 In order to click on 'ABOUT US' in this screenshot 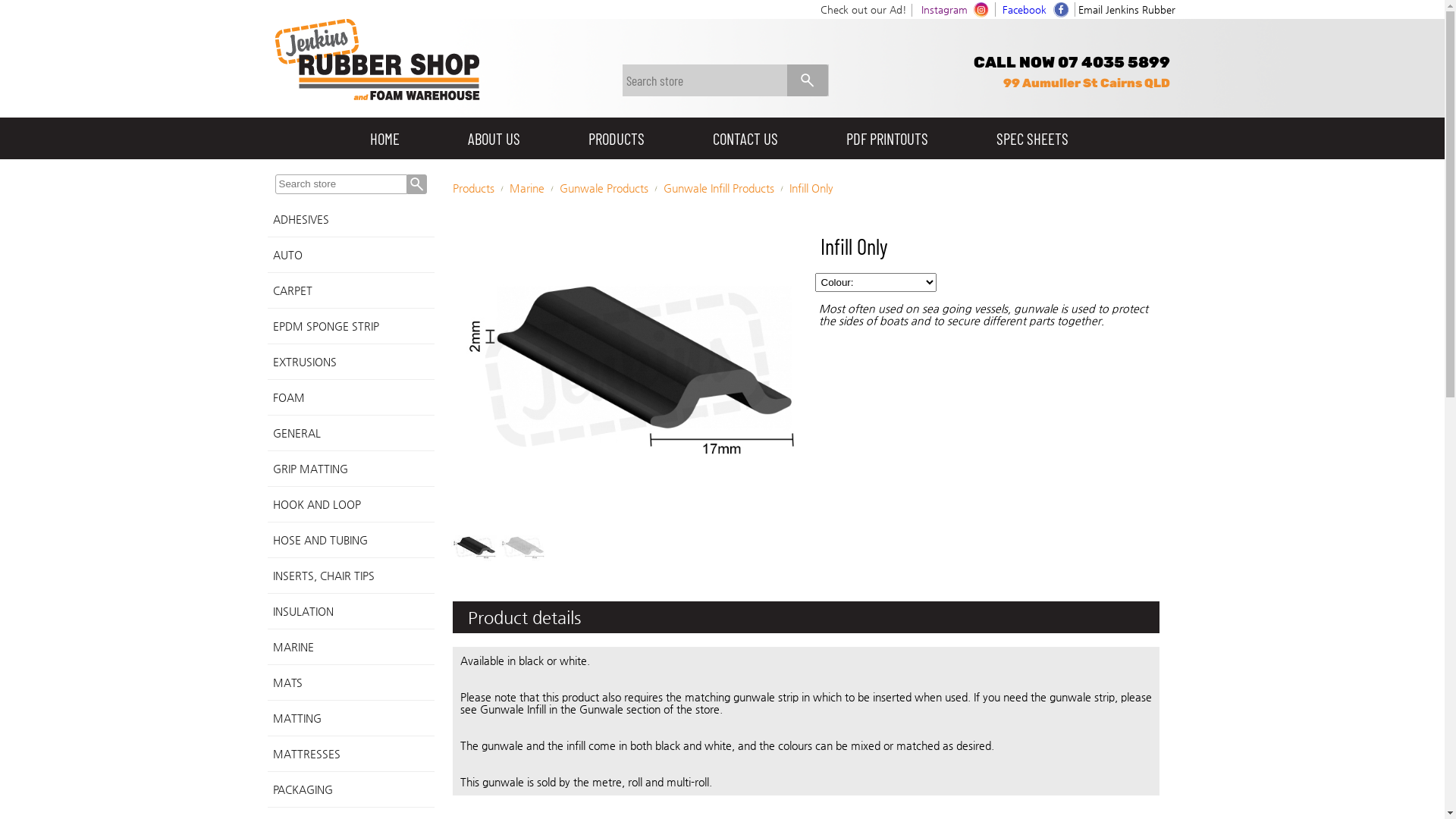, I will do `click(494, 138)`.